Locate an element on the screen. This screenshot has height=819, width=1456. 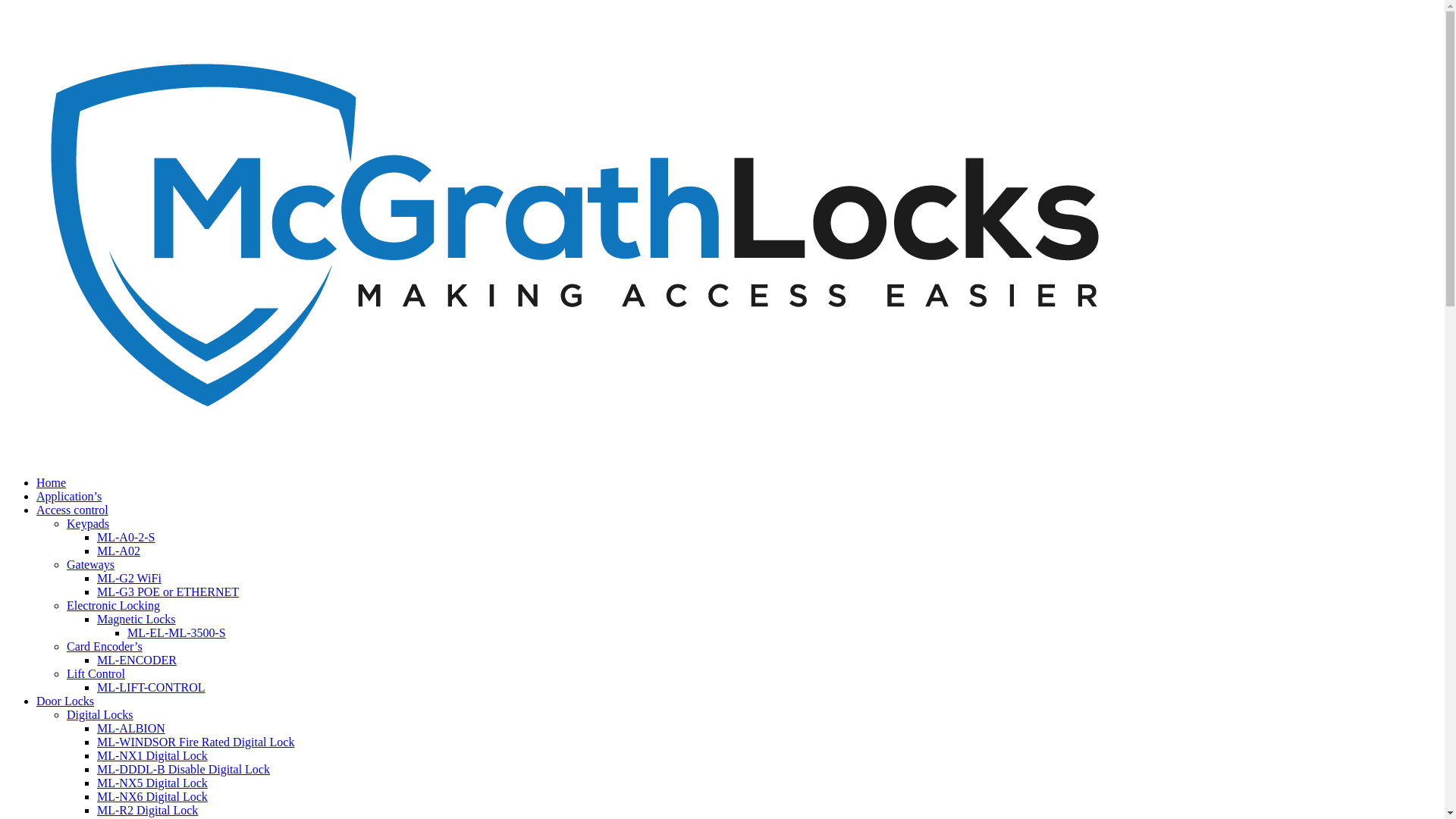
'ML-A02' is located at coordinates (118, 551).